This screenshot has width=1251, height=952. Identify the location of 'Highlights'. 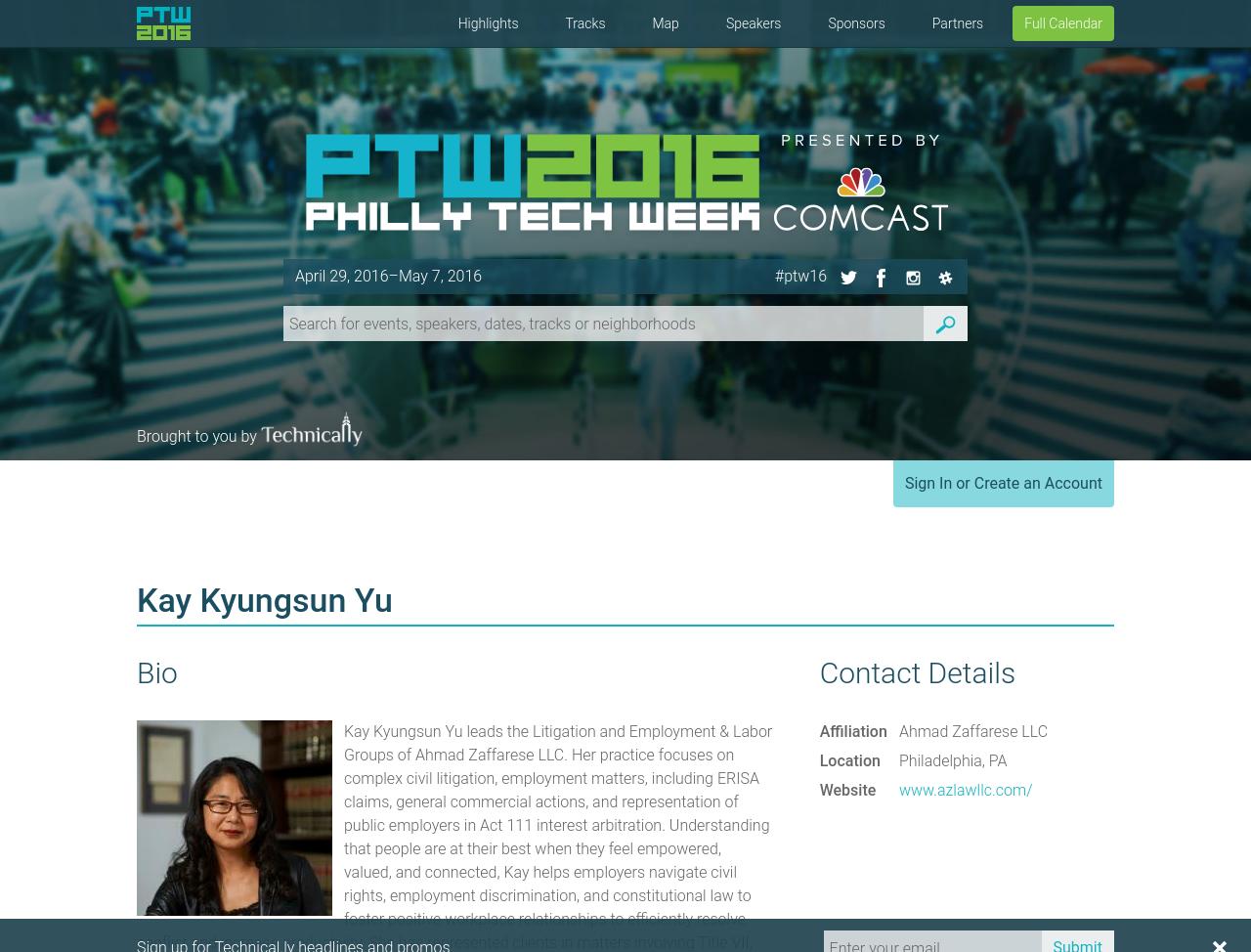
(487, 22).